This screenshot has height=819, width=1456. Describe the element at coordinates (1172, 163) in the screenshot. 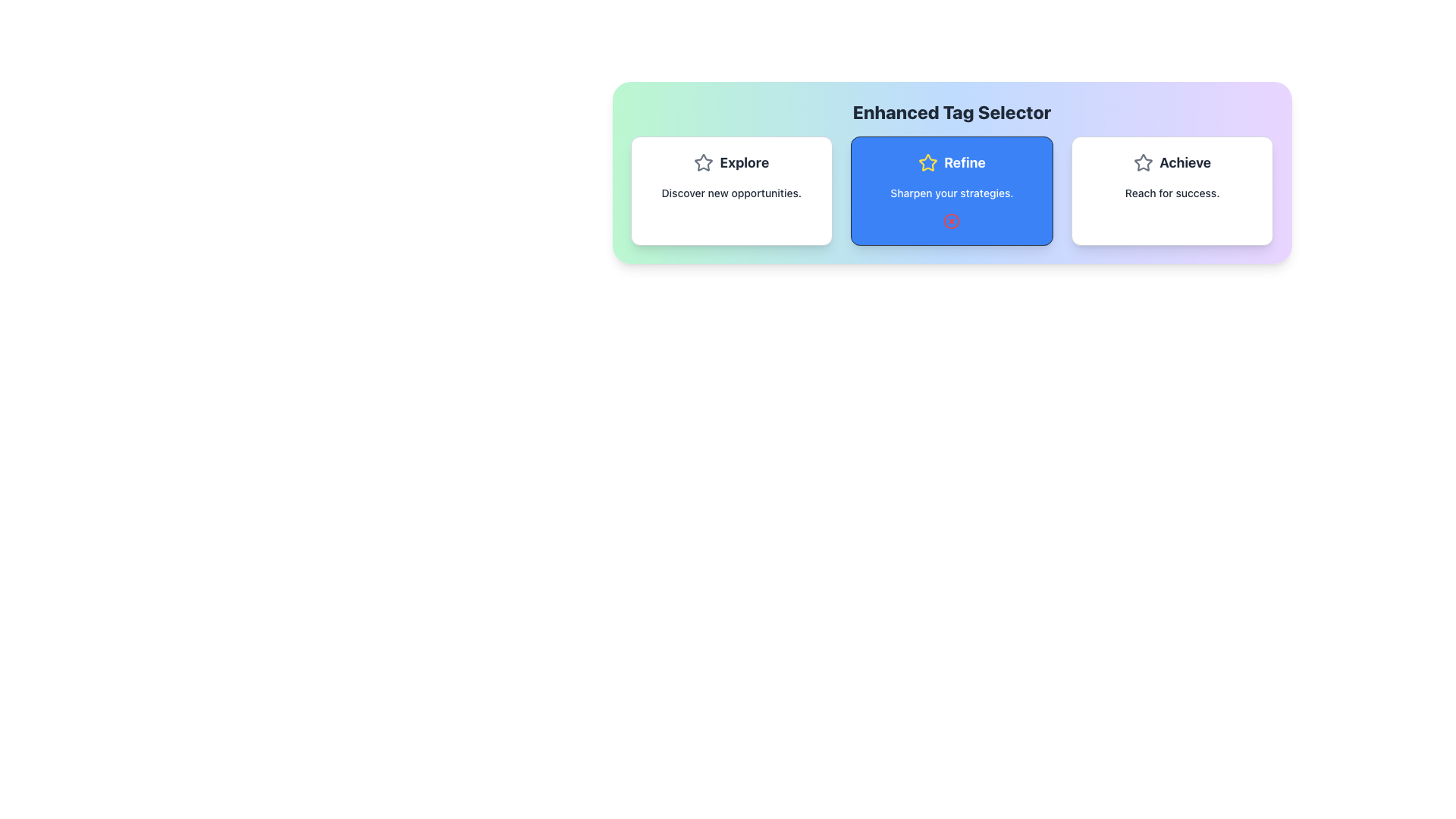

I see `the combined element consisting of a gray outline star icon and the bold text label 'Achieve', which is located in the third panel from the left, near the subtitle 'Reach for success'` at that location.